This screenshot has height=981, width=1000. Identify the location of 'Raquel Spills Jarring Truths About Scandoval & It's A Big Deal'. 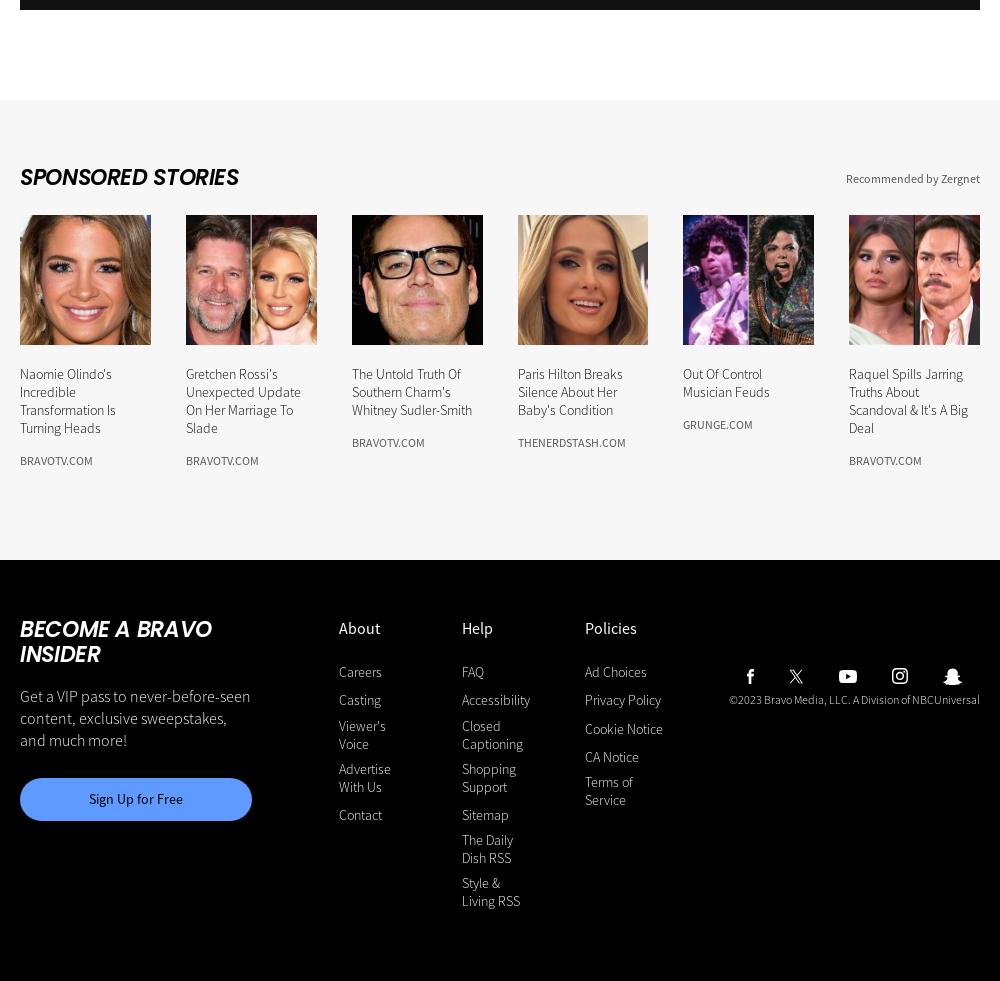
(908, 400).